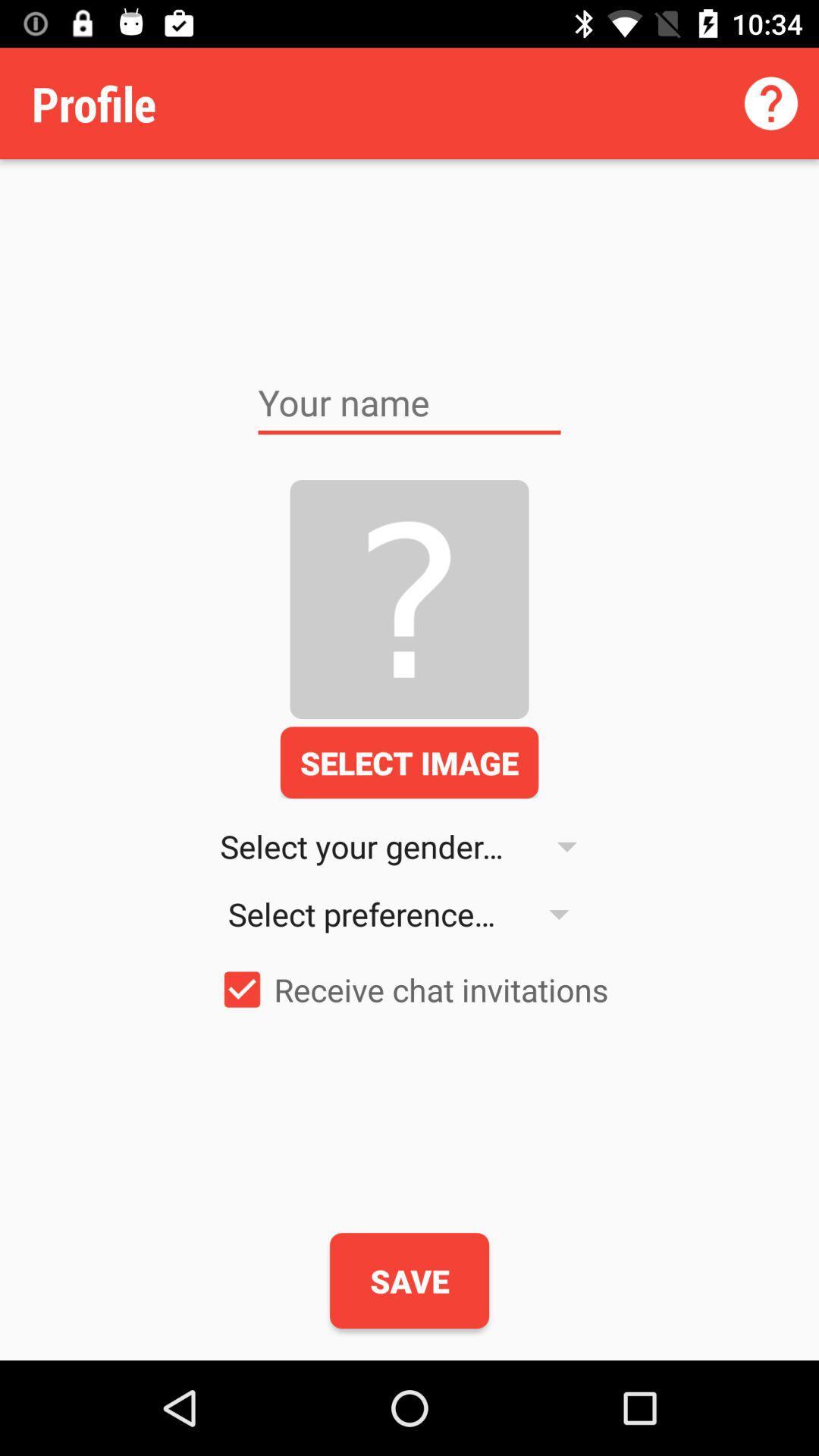 The image size is (819, 1456). I want to click on save item, so click(409, 1280).